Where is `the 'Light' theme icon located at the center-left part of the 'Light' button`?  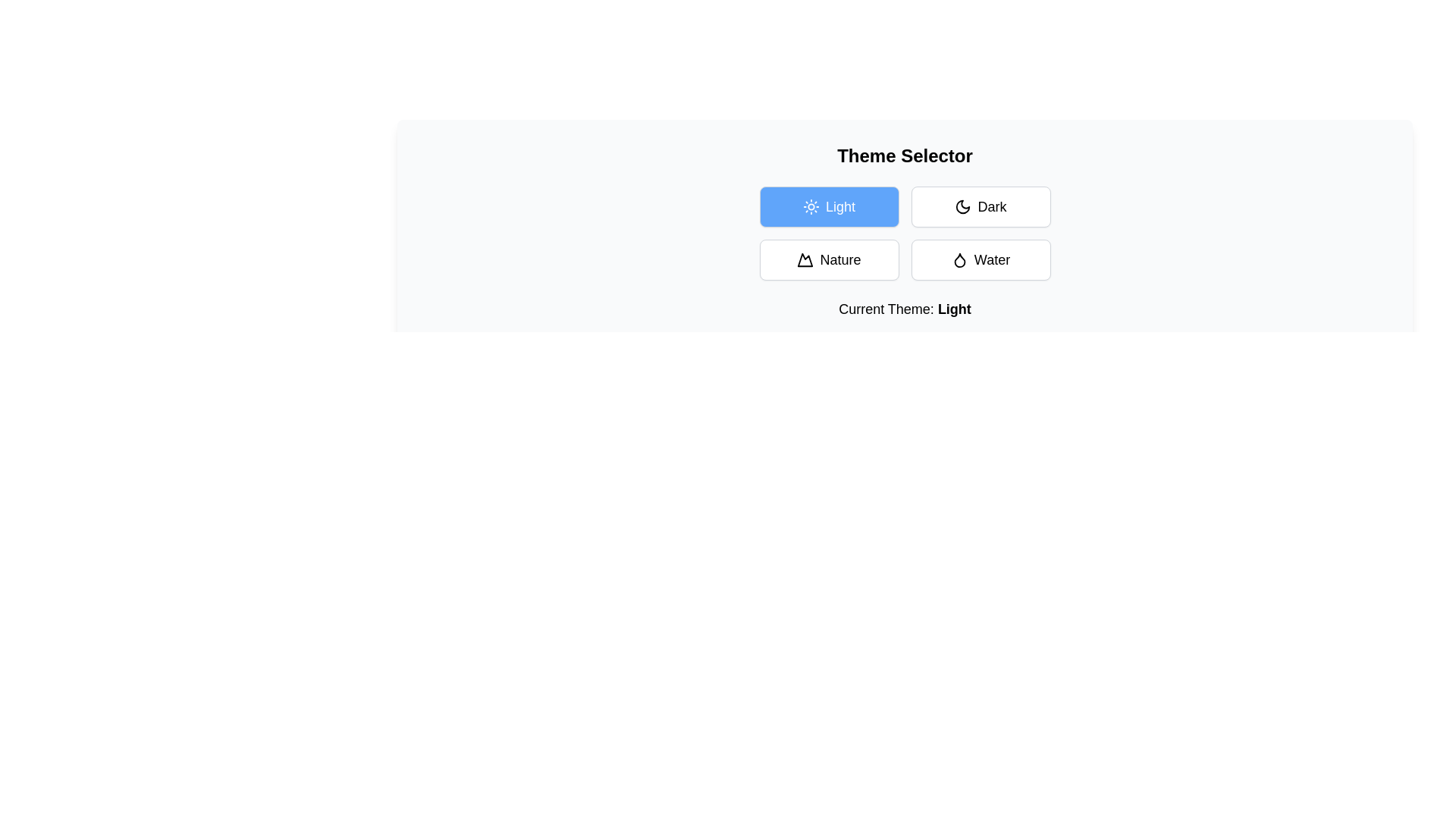 the 'Light' theme icon located at the center-left part of the 'Light' button is located at coordinates (811, 207).